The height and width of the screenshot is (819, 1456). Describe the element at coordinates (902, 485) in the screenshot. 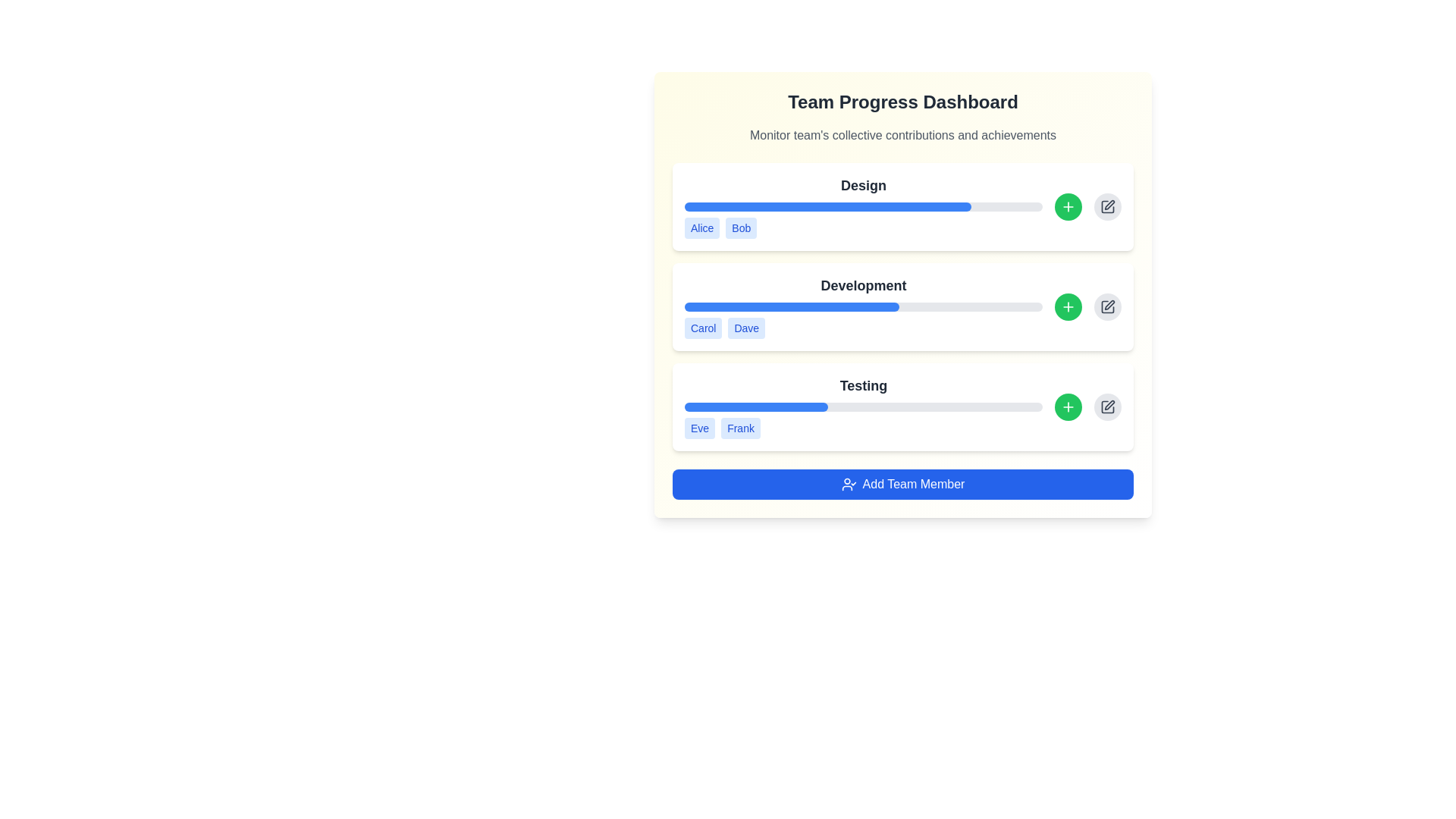

I see `the interactive button located at the bottom center of the 'Team Progress Dashboard'` at that location.